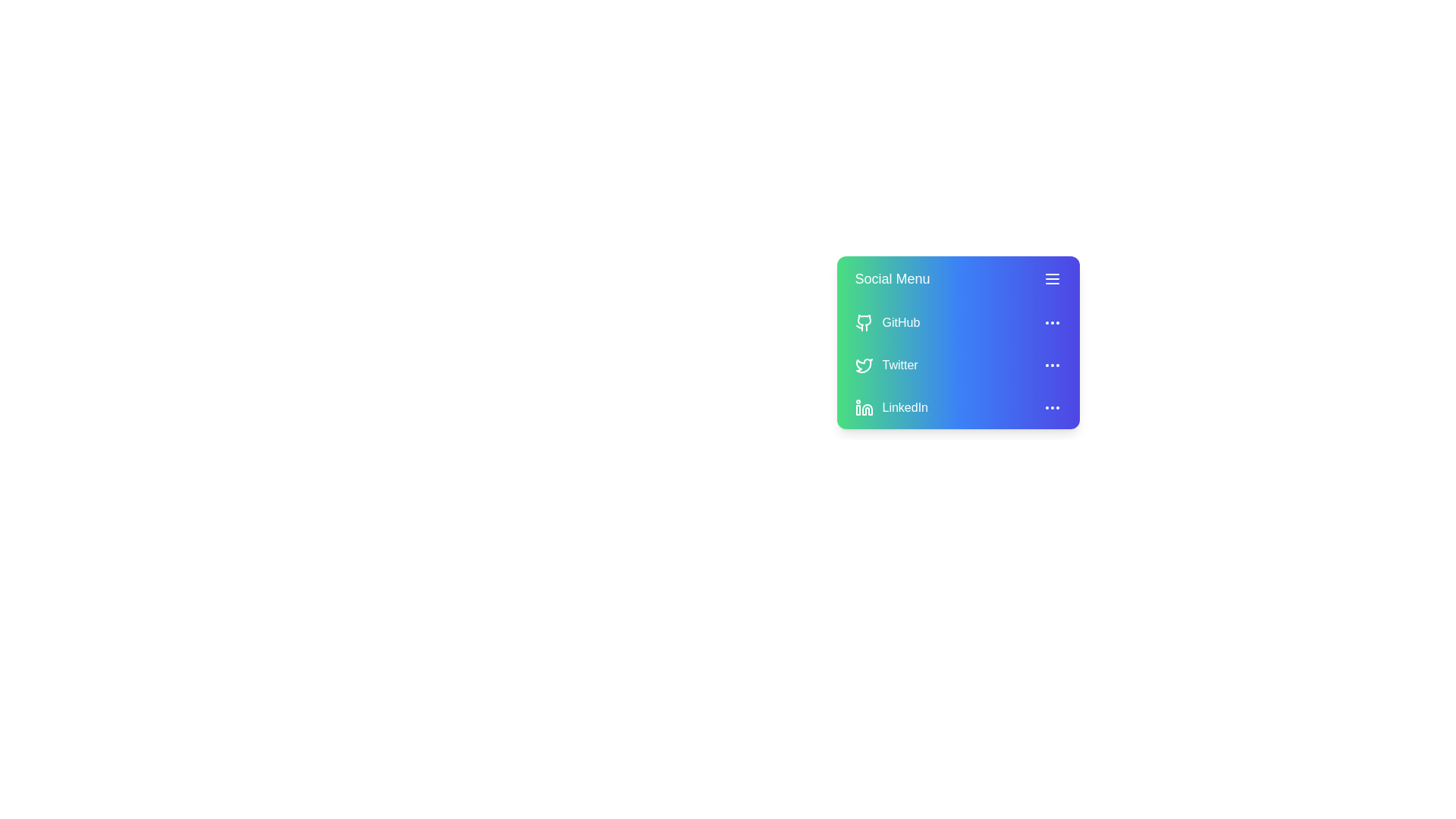  I want to click on the text element Twitter for selection or copying, so click(957, 366).